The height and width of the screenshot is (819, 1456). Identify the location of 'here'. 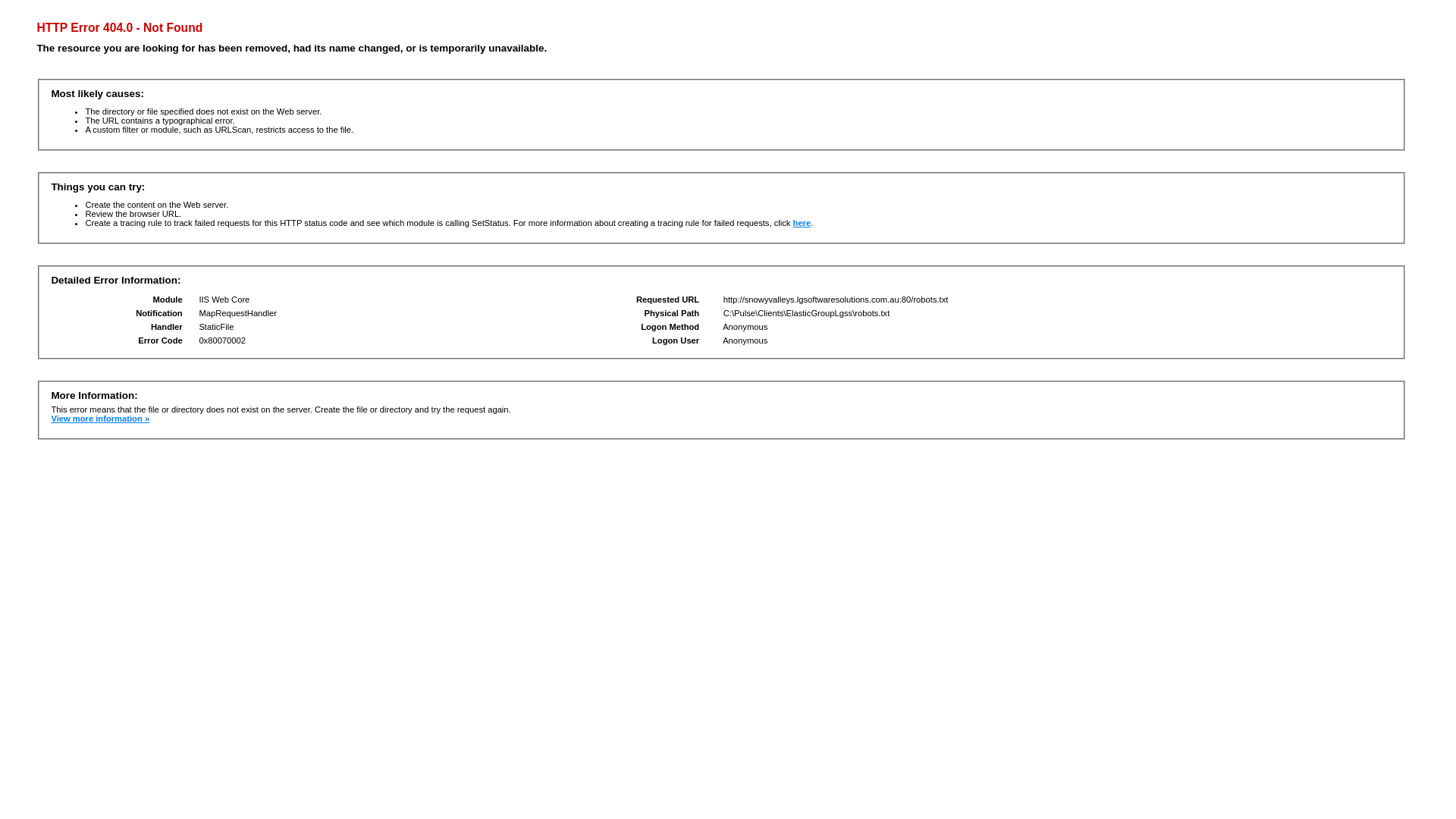
(792, 222).